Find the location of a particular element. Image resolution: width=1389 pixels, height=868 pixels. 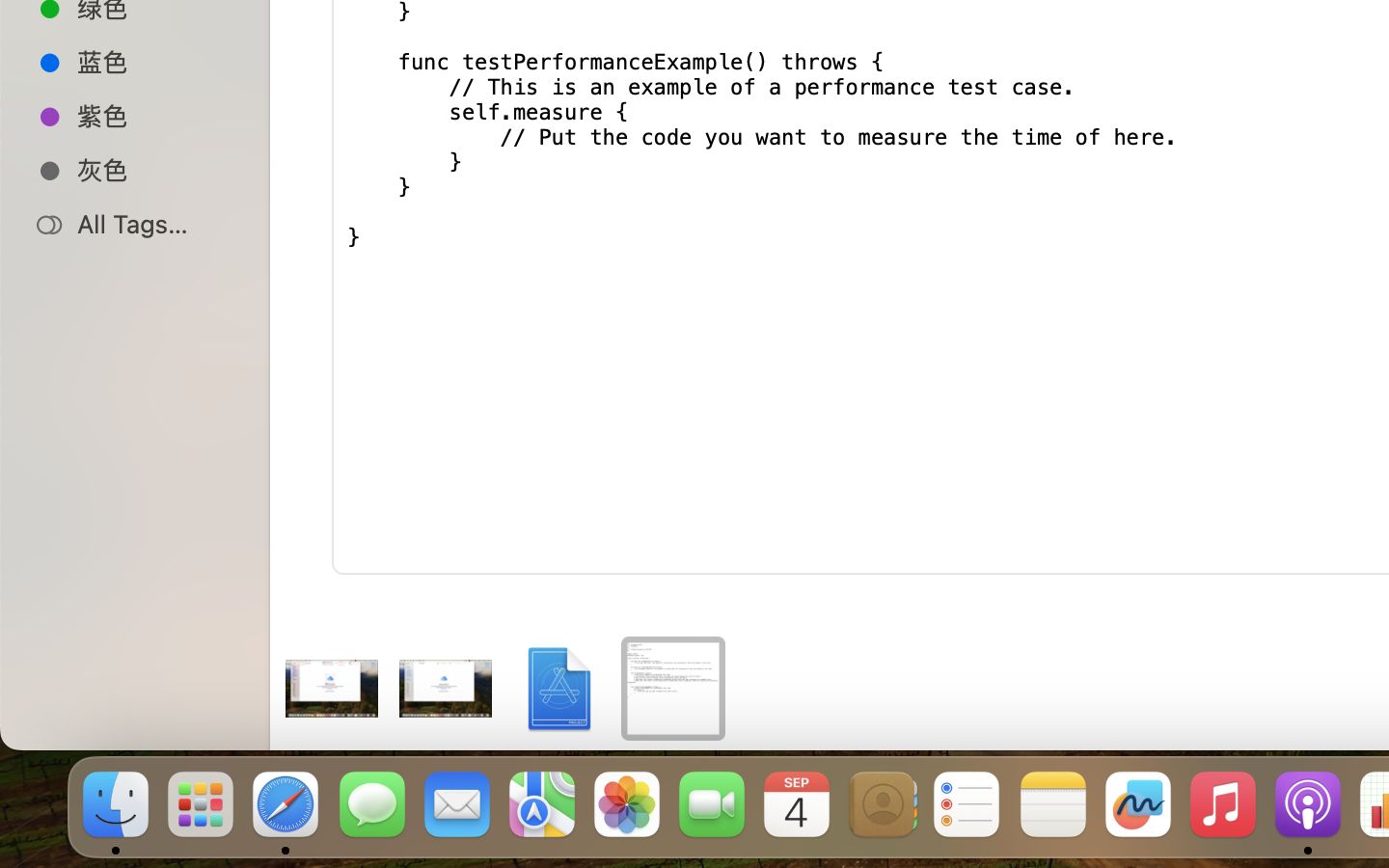

'灰色' is located at coordinates (153, 170).